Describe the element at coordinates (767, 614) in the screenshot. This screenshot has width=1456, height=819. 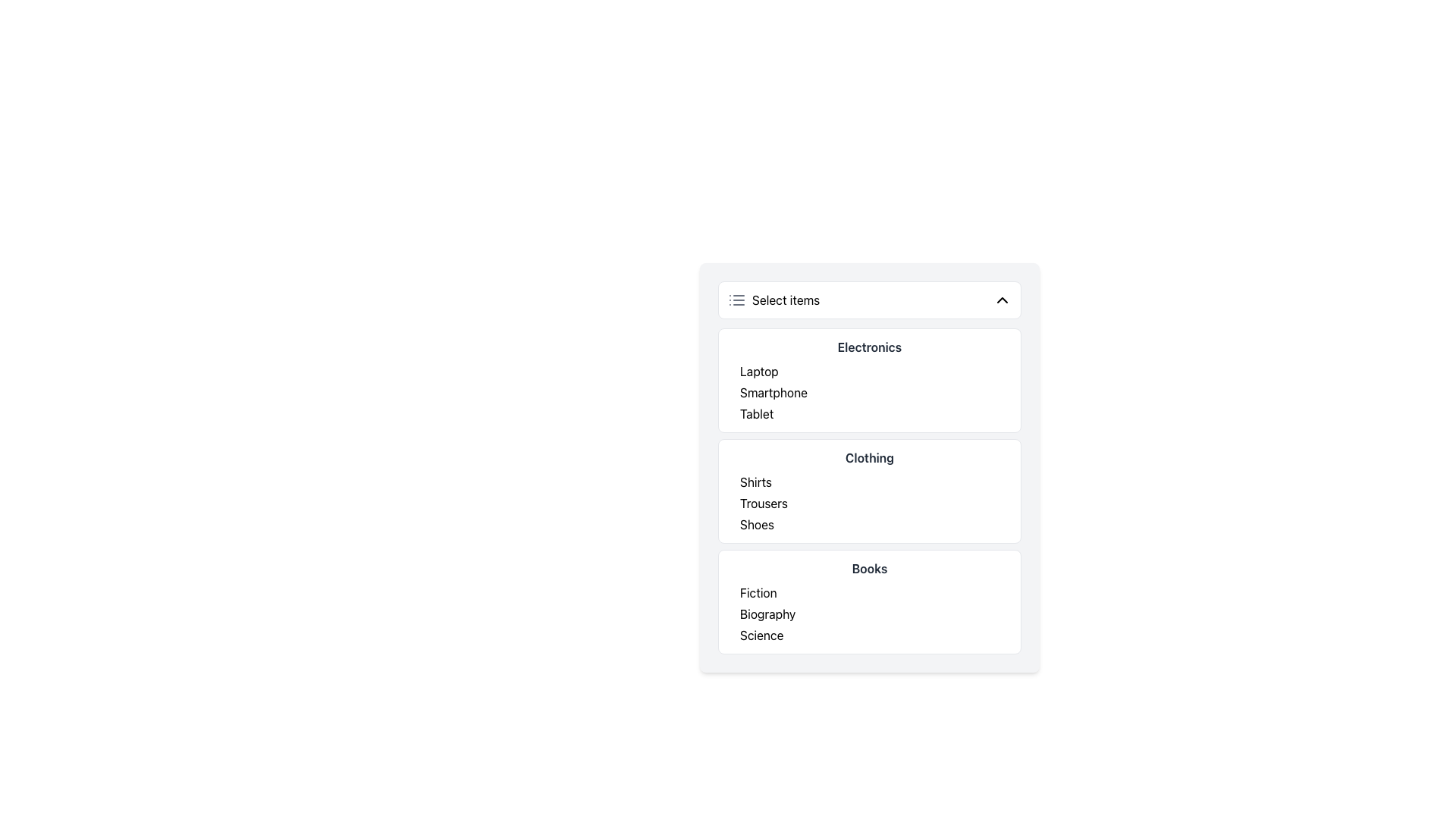
I see `the 'Biography' text label, which is the second entry in the vertical list under the 'Books' section of the dropdown menu` at that location.